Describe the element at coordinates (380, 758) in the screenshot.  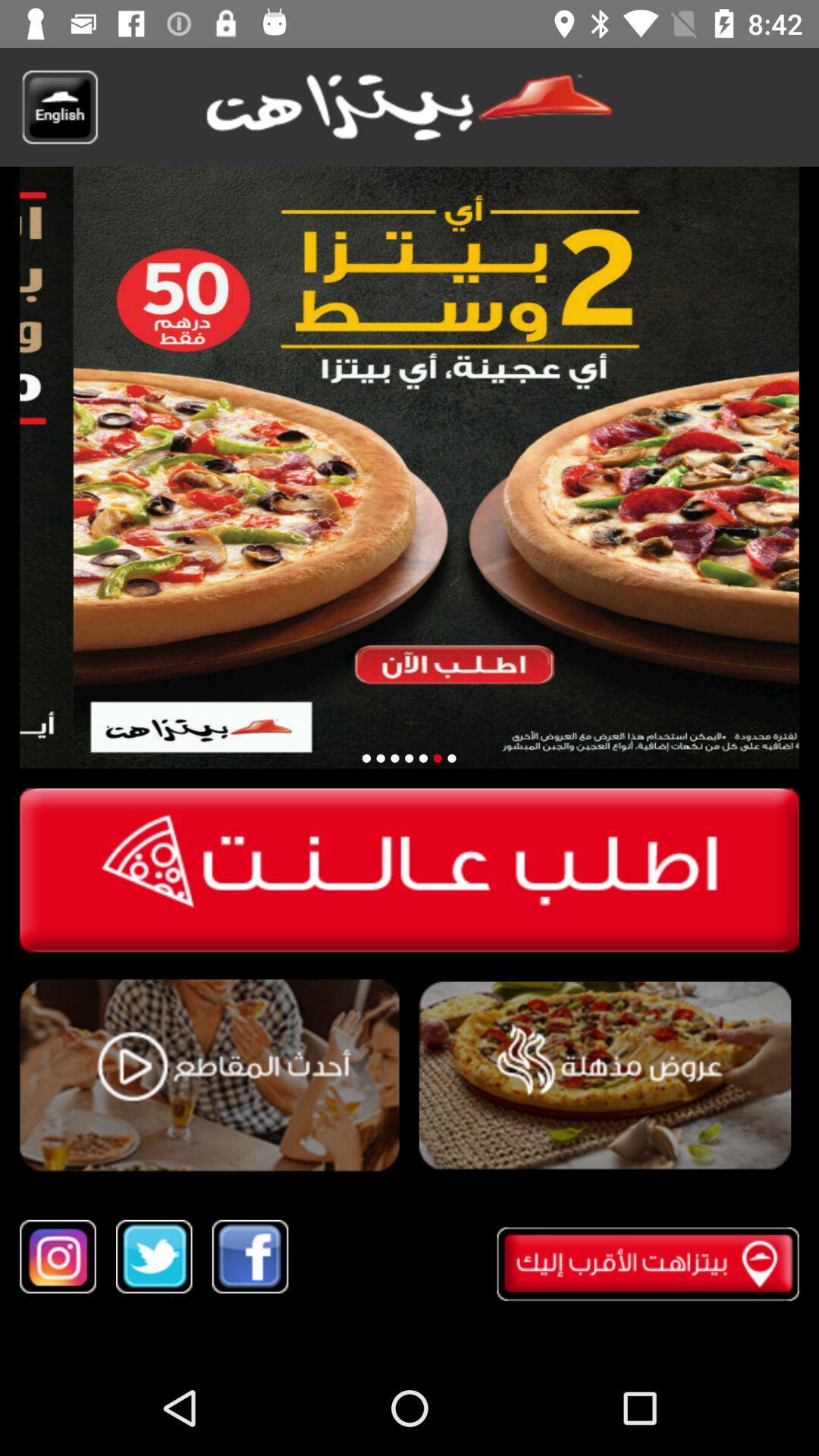
I see `second special` at that location.